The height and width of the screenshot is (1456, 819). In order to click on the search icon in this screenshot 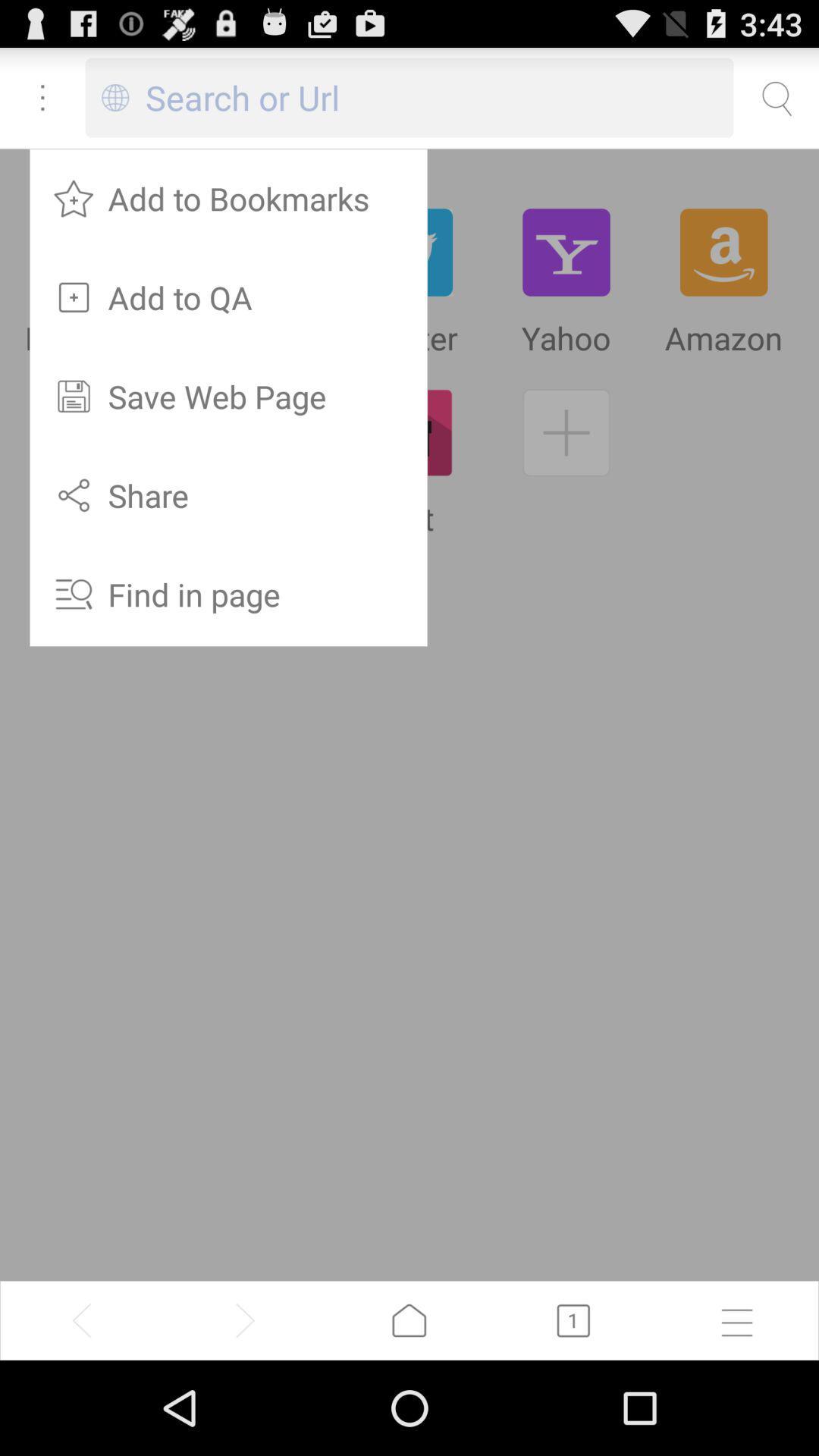, I will do `click(776, 104)`.